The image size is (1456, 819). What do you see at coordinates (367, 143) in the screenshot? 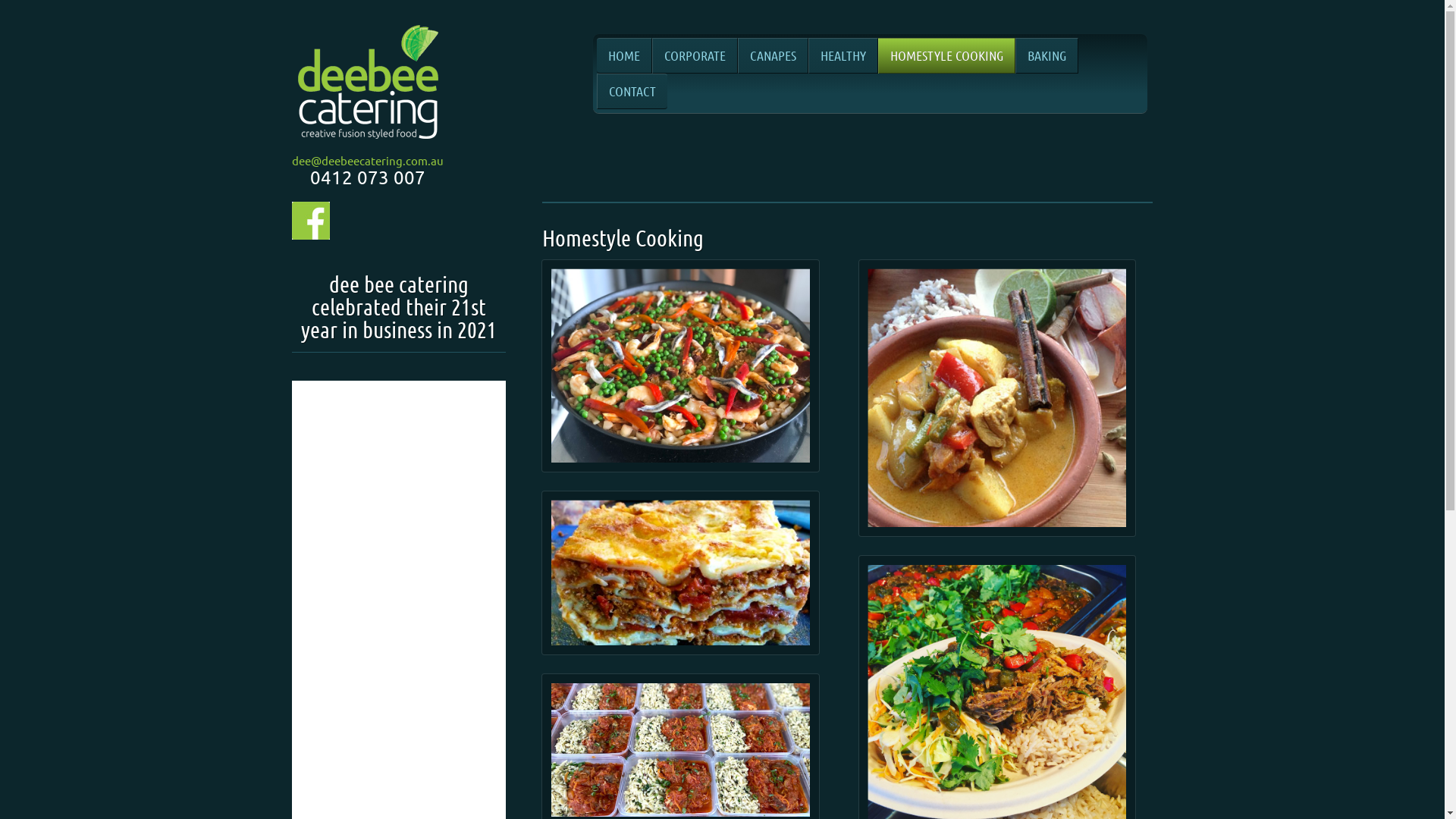
I see `'Creative Fusion Style Food'` at bounding box center [367, 143].